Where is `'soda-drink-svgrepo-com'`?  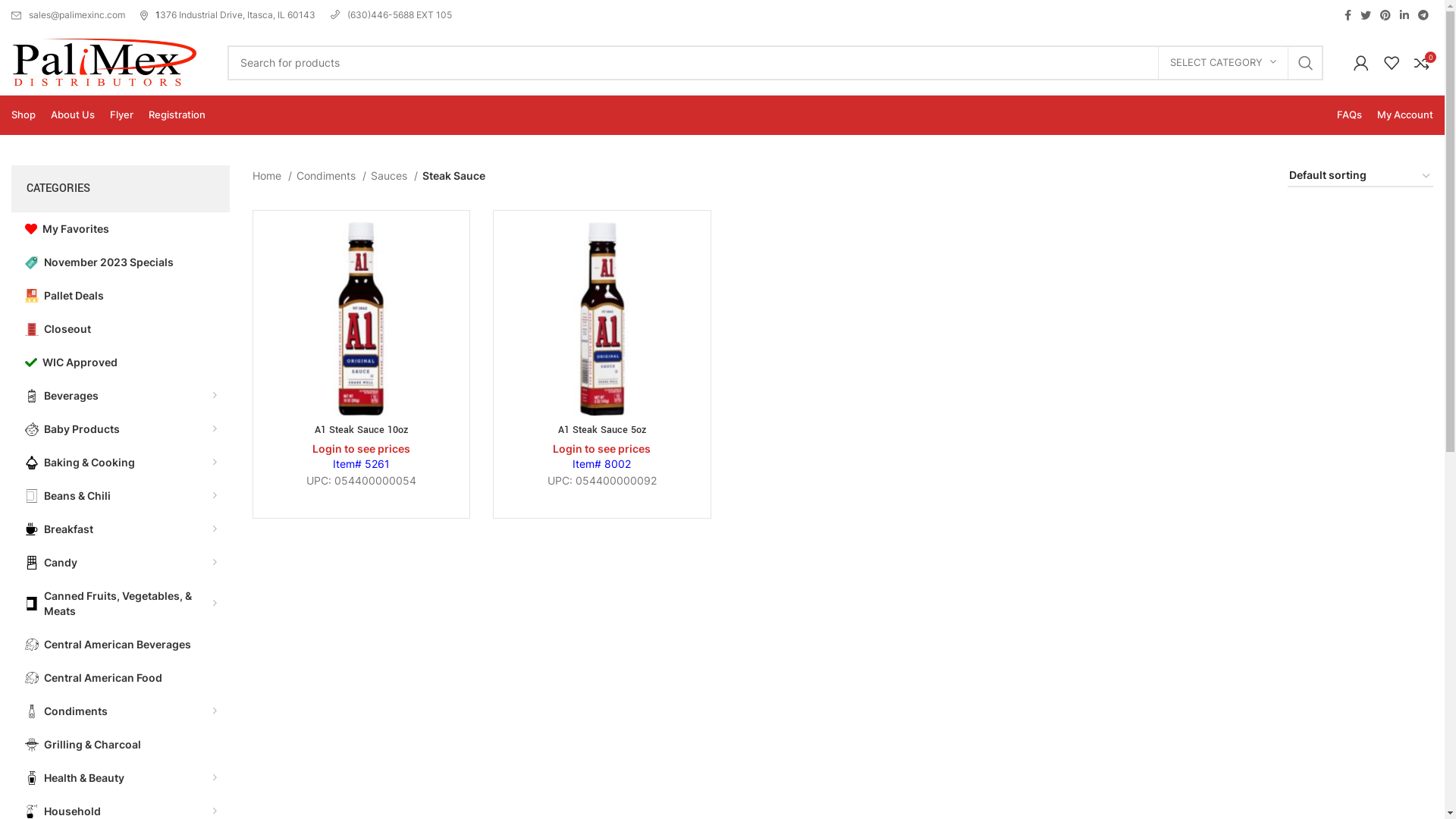 'soda-drink-svgrepo-com' is located at coordinates (25, 394).